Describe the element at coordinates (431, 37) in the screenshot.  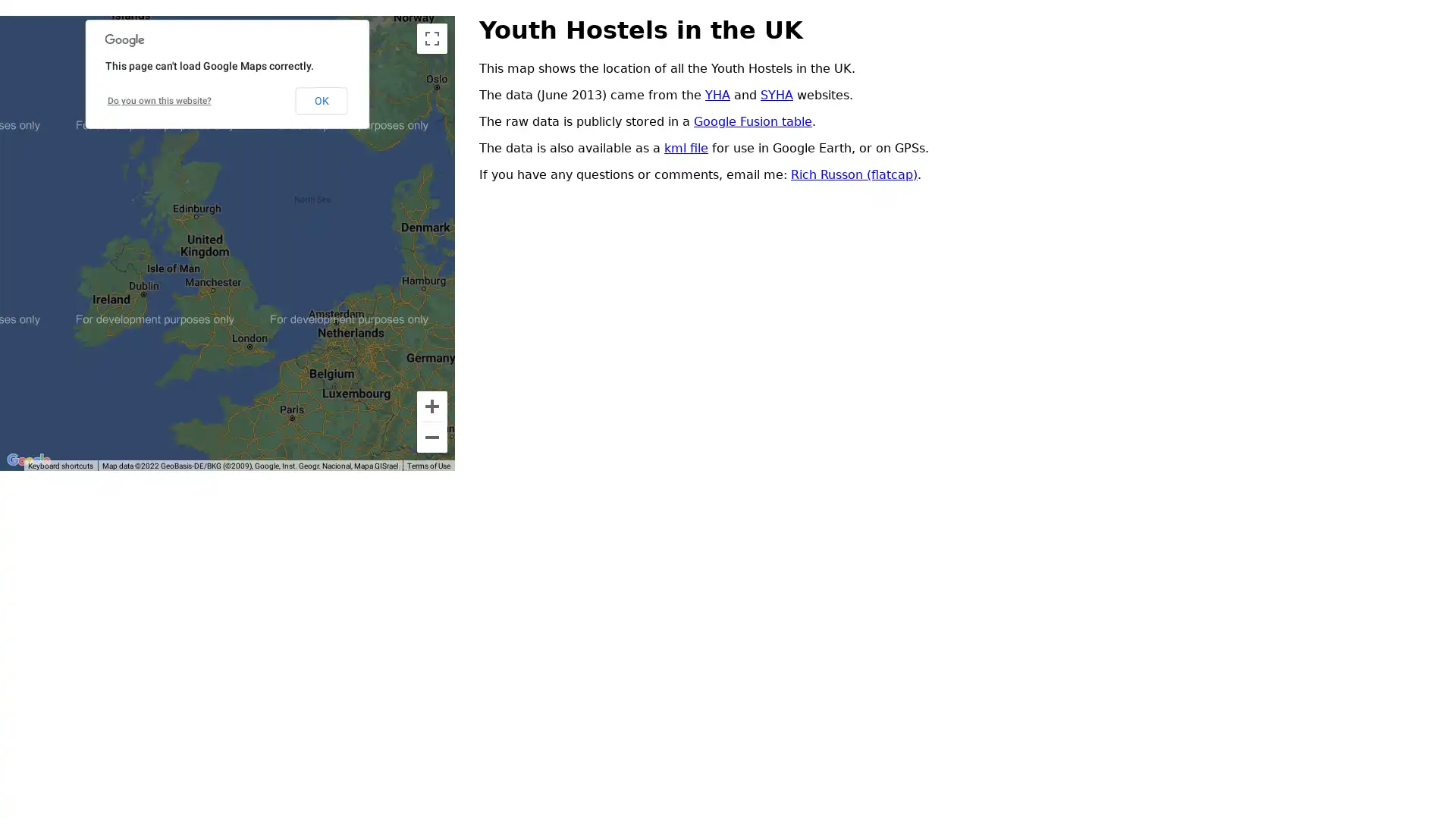
I see `Toggle fullscreen view` at that location.